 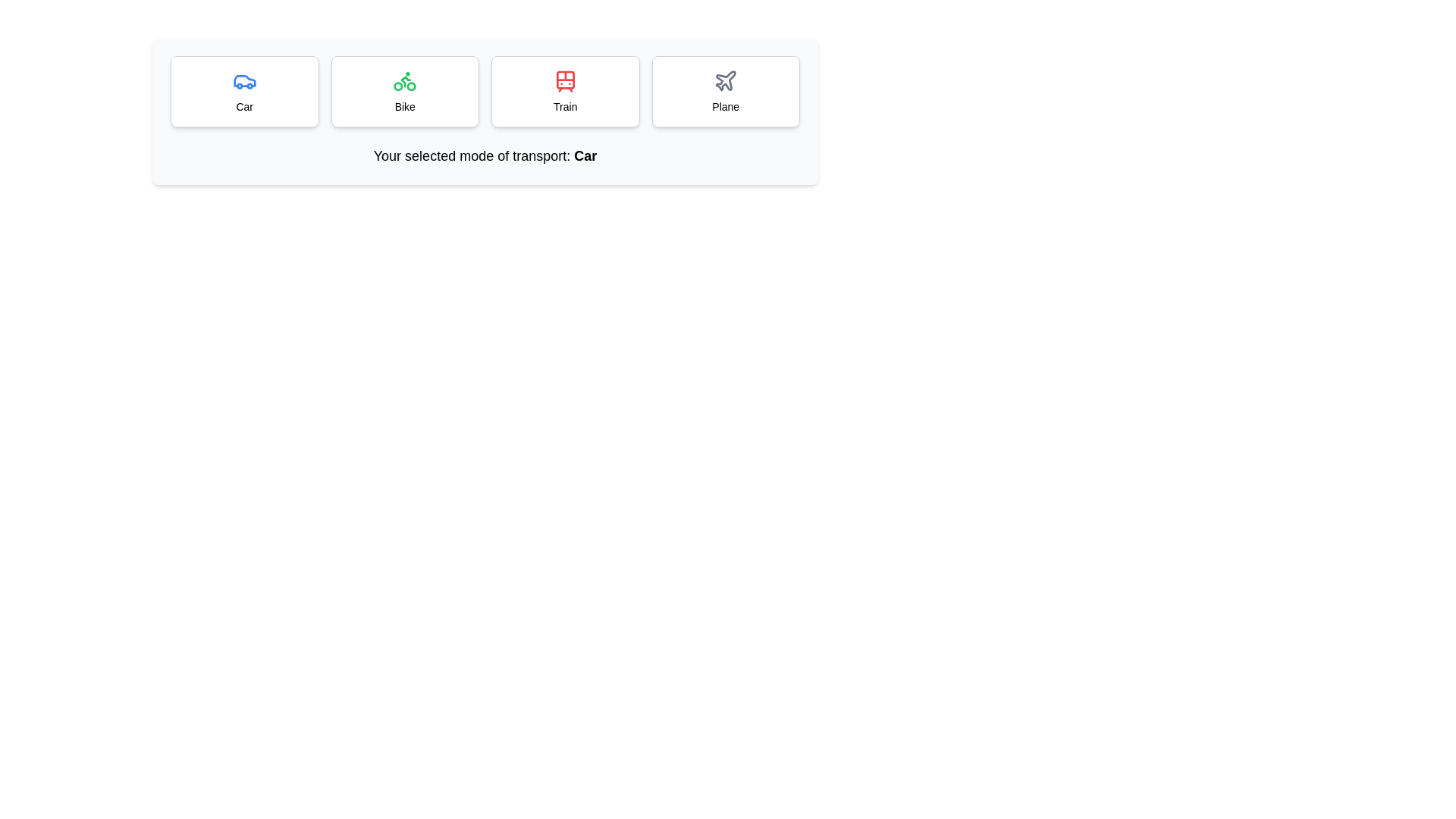 I want to click on the button containing the airplane vector graphic icon labeled 'Plane' located in the top right corner of the selection interface, so click(x=725, y=80).